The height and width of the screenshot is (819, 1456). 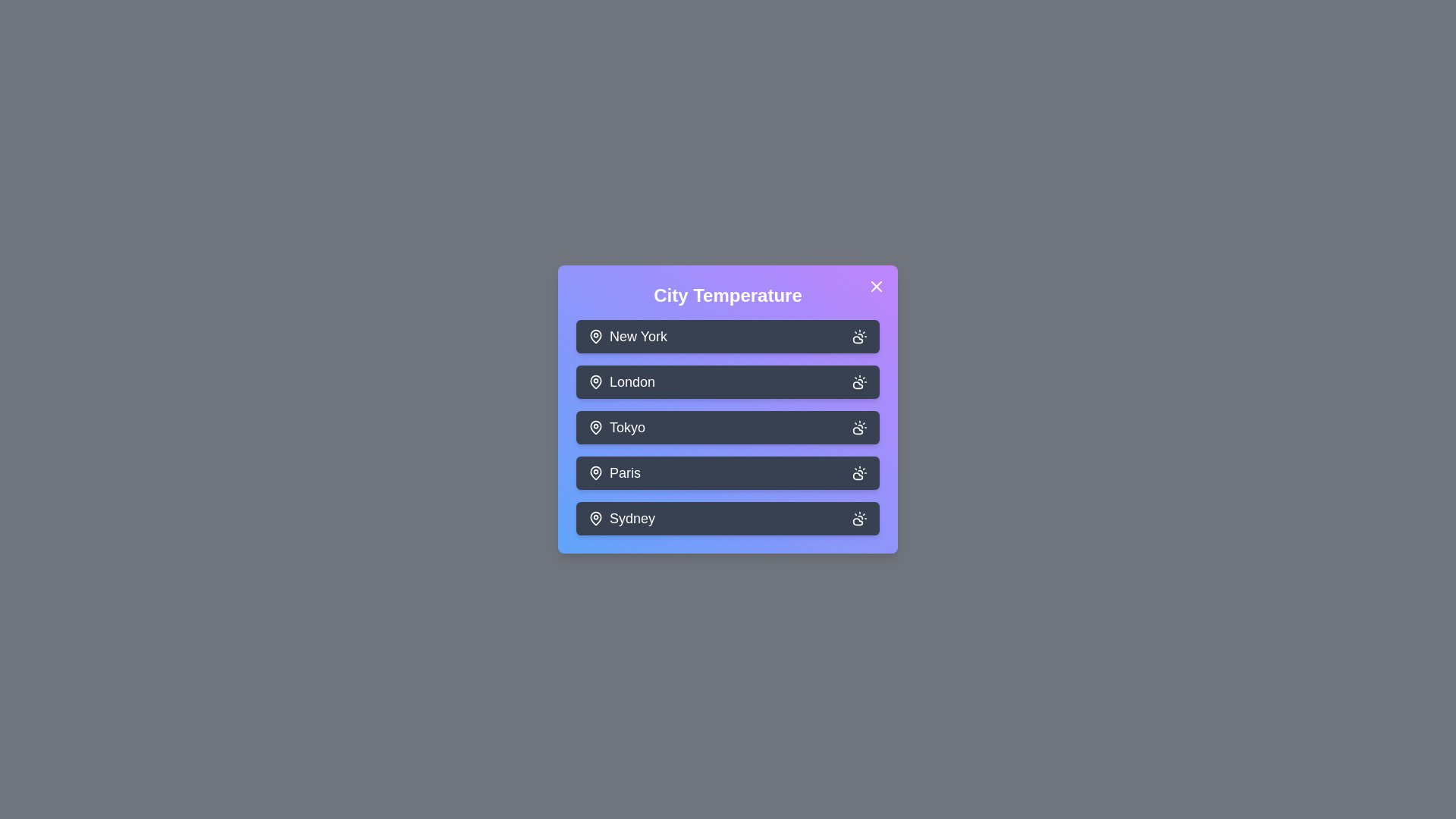 I want to click on the button corresponding to the city Sydney, so click(x=728, y=517).